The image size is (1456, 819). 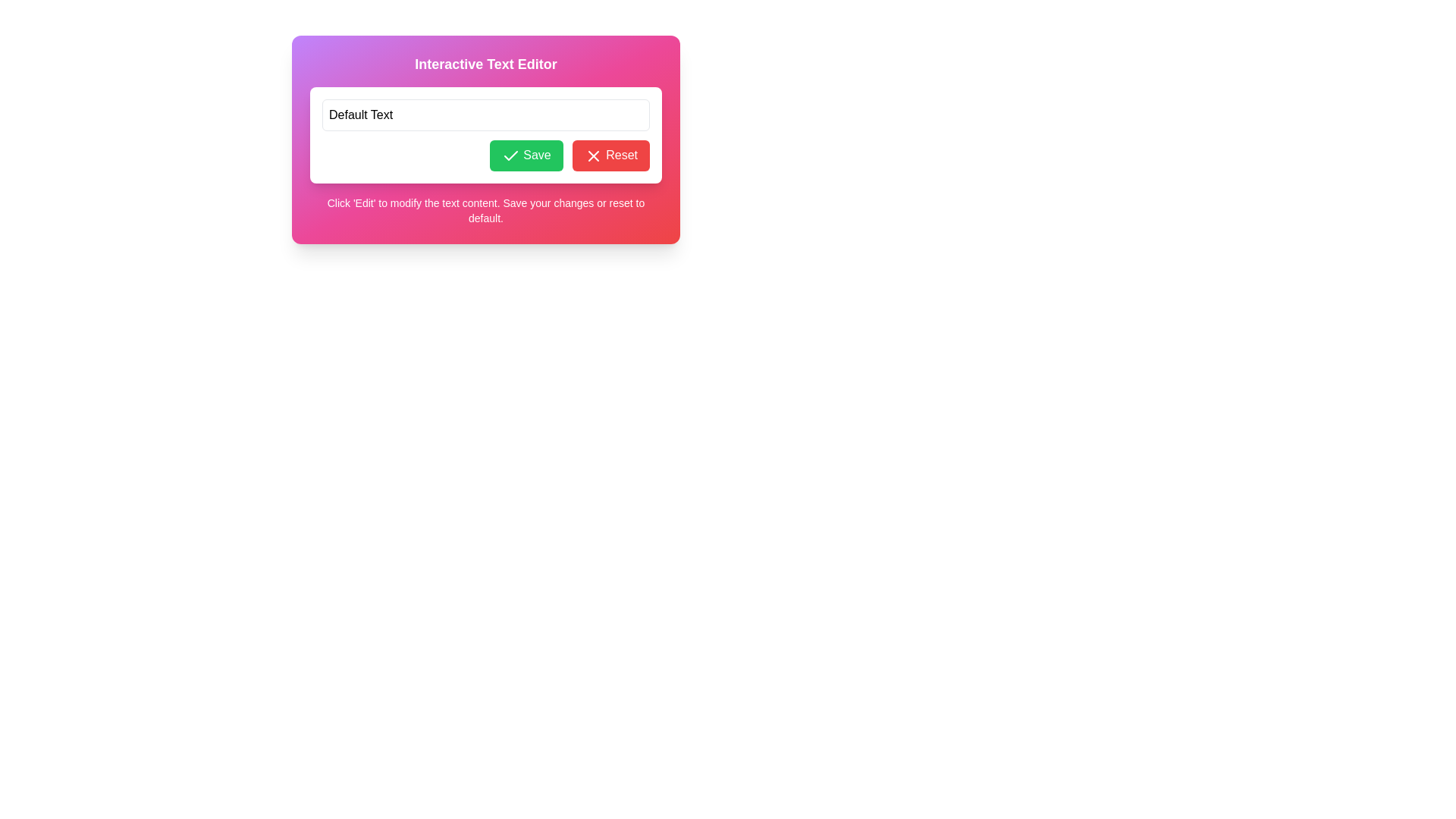 What do you see at coordinates (526, 155) in the screenshot?
I see `the 'Save' button located at the bottom-right of the text editor interface to observe its hover effects` at bounding box center [526, 155].